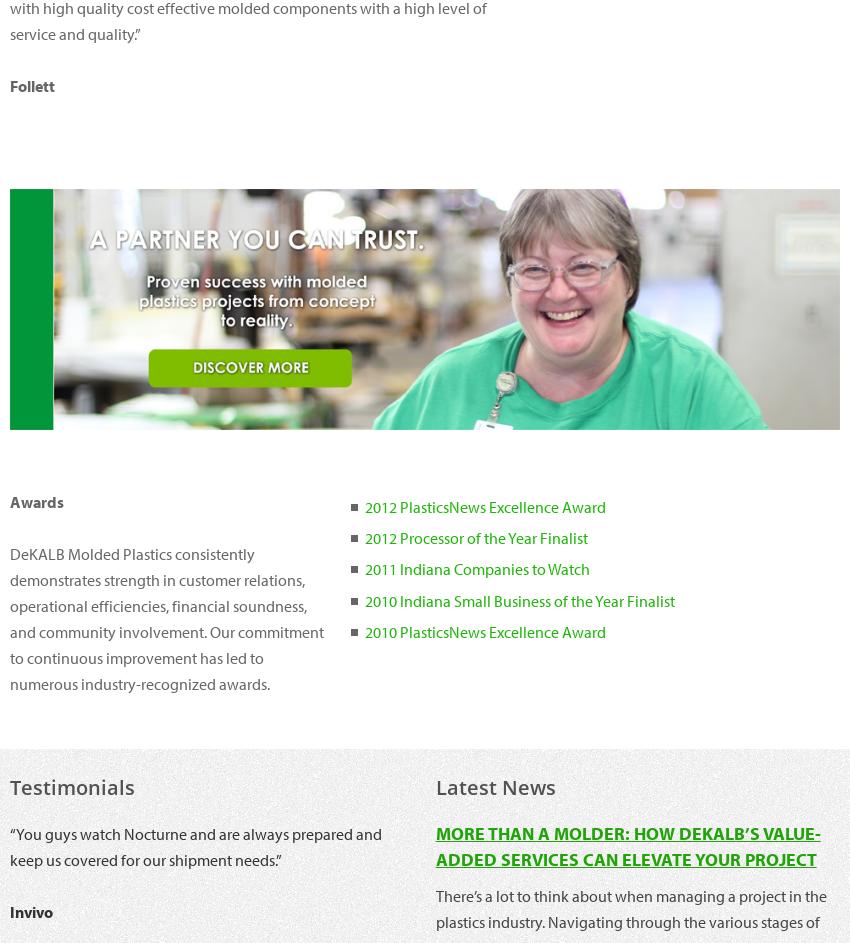  What do you see at coordinates (495, 786) in the screenshot?
I see `'Latest News'` at bounding box center [495, 786].